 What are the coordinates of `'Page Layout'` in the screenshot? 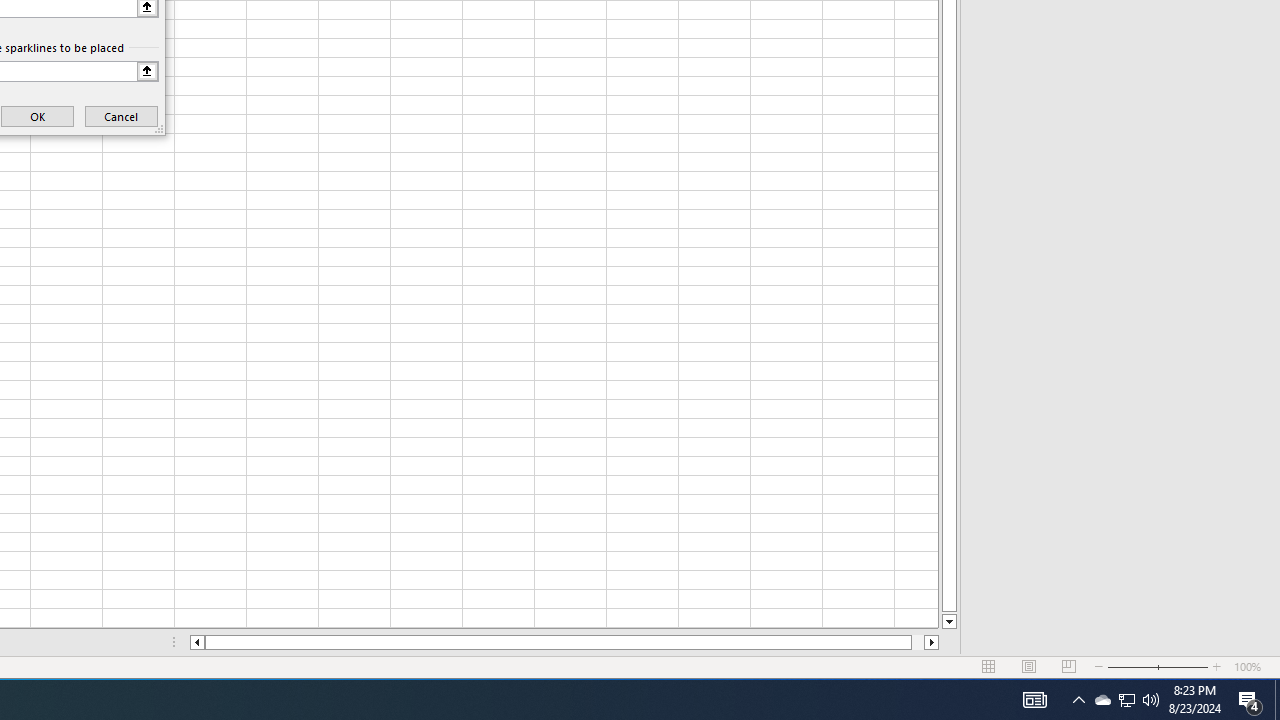 It's located at (1029, 667).